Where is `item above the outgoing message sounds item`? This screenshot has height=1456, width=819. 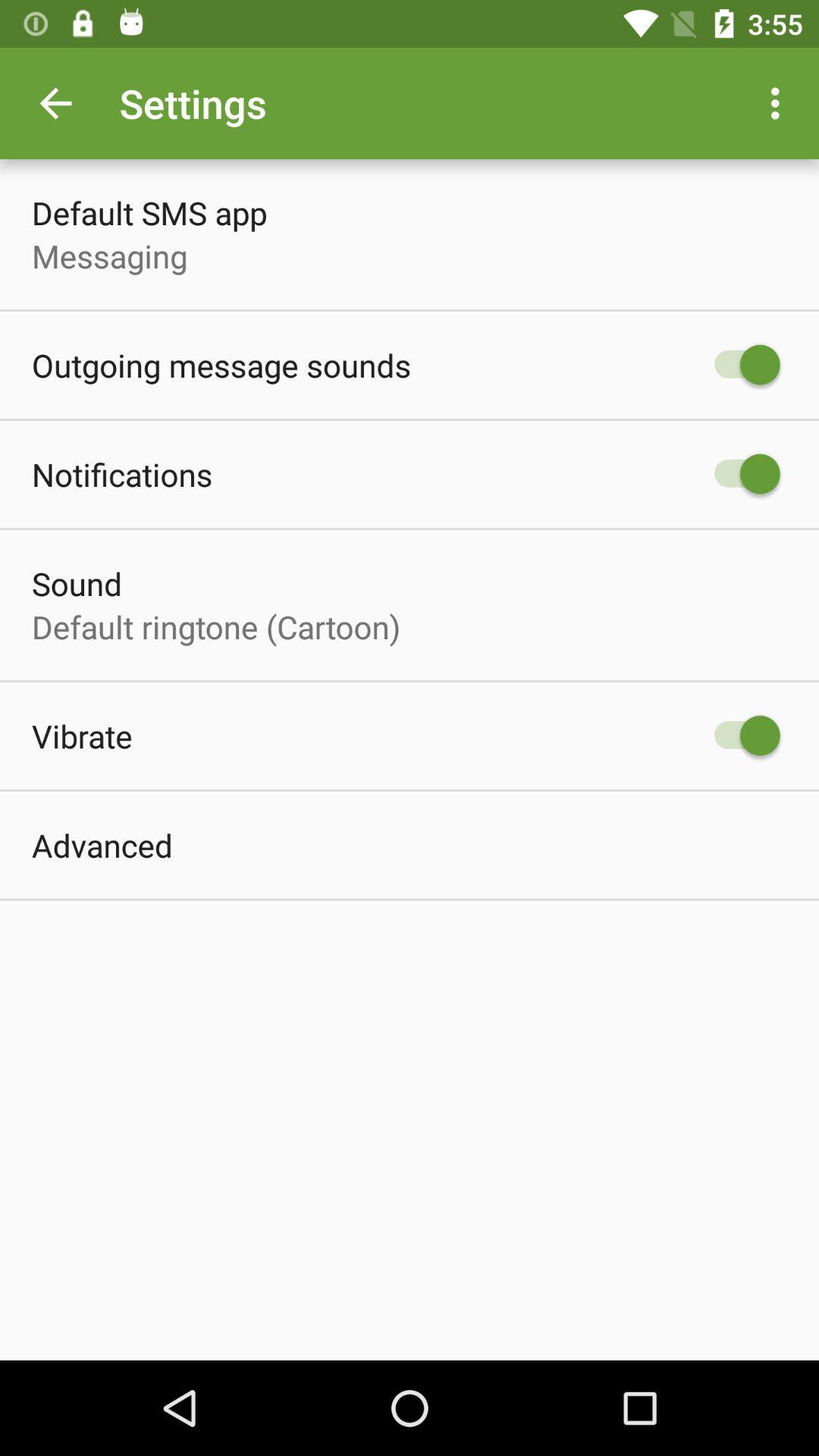 item above the outgoing message sounds item is located at coordinates (108, 256).